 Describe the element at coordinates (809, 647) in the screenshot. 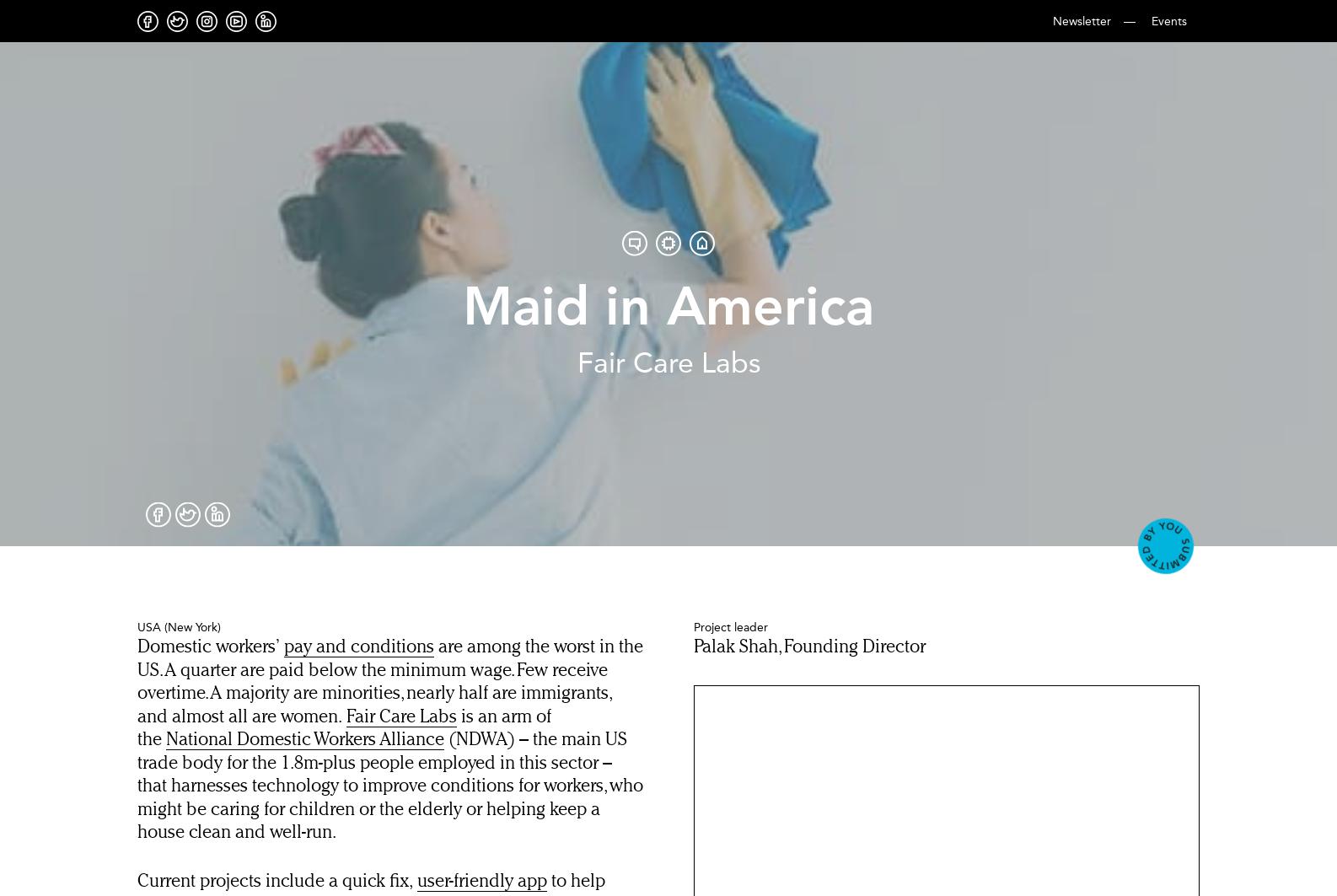

I see `'Palak Shah, Founding Director'` at that location.